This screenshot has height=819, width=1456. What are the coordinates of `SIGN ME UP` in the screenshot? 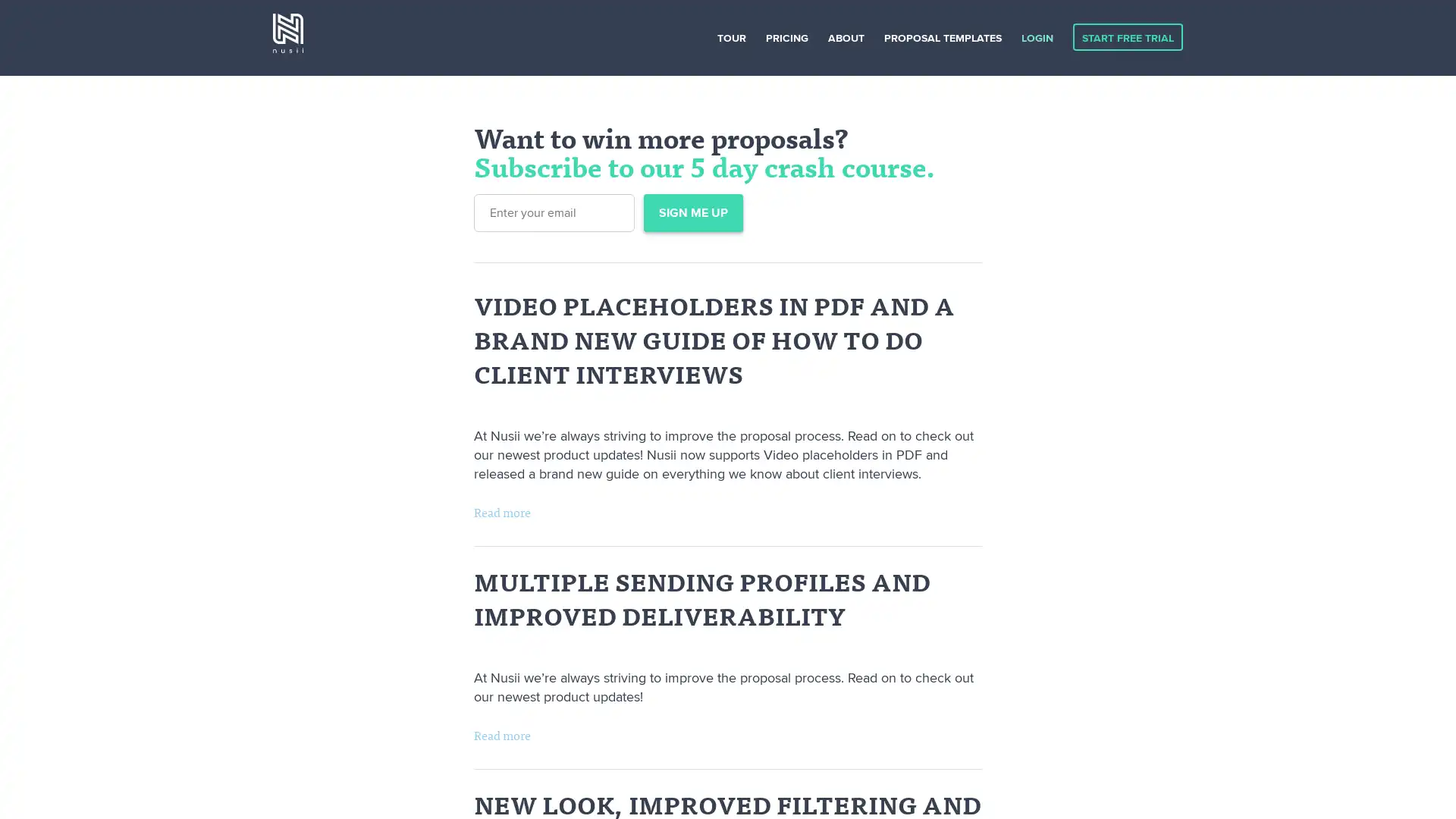 It's located at (692, 213).